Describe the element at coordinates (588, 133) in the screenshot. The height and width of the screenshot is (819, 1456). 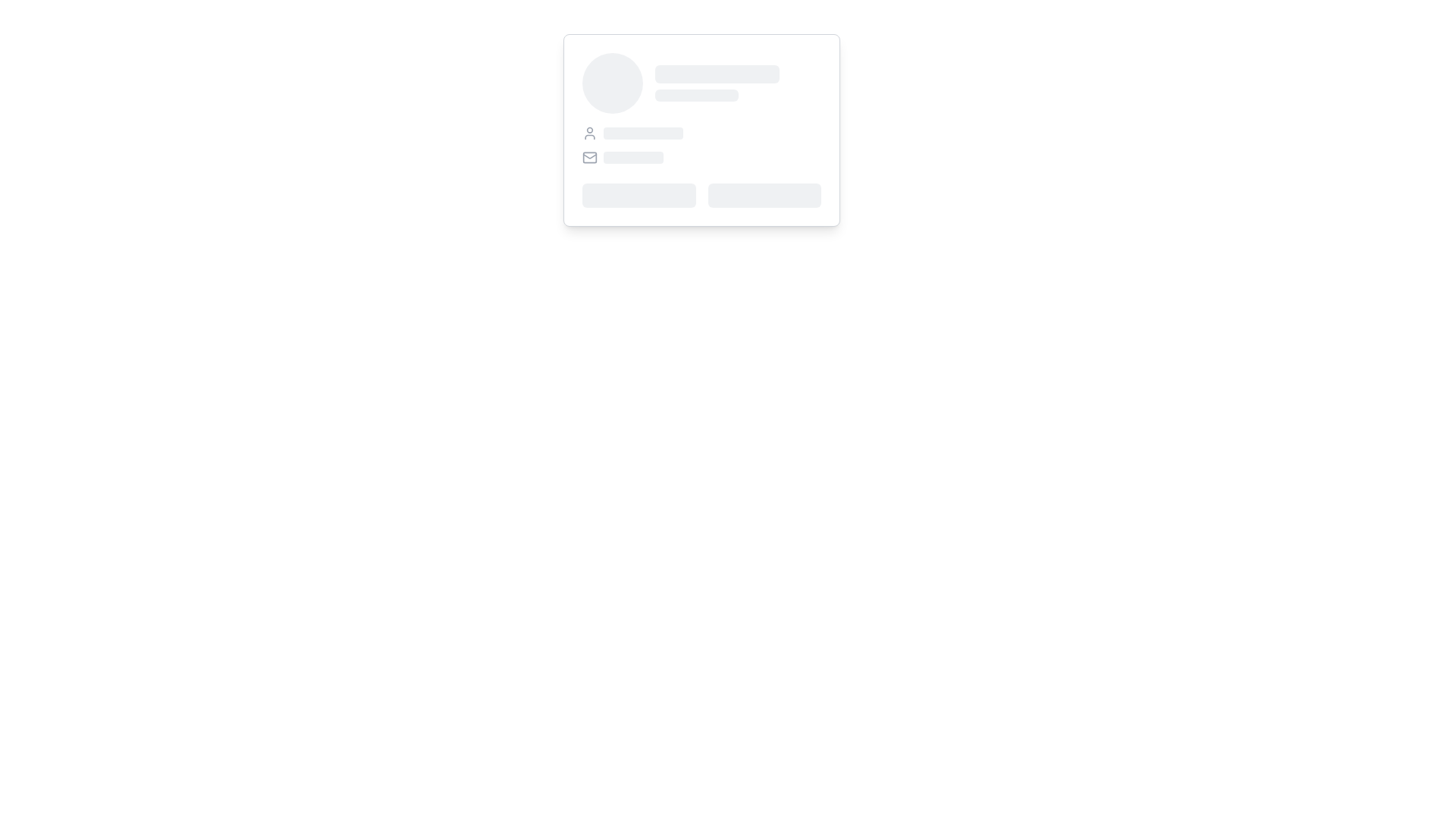
I see `the user profile icon located at the top-left corner of the interface, which is the first element in a horizontal layout group` at that location.